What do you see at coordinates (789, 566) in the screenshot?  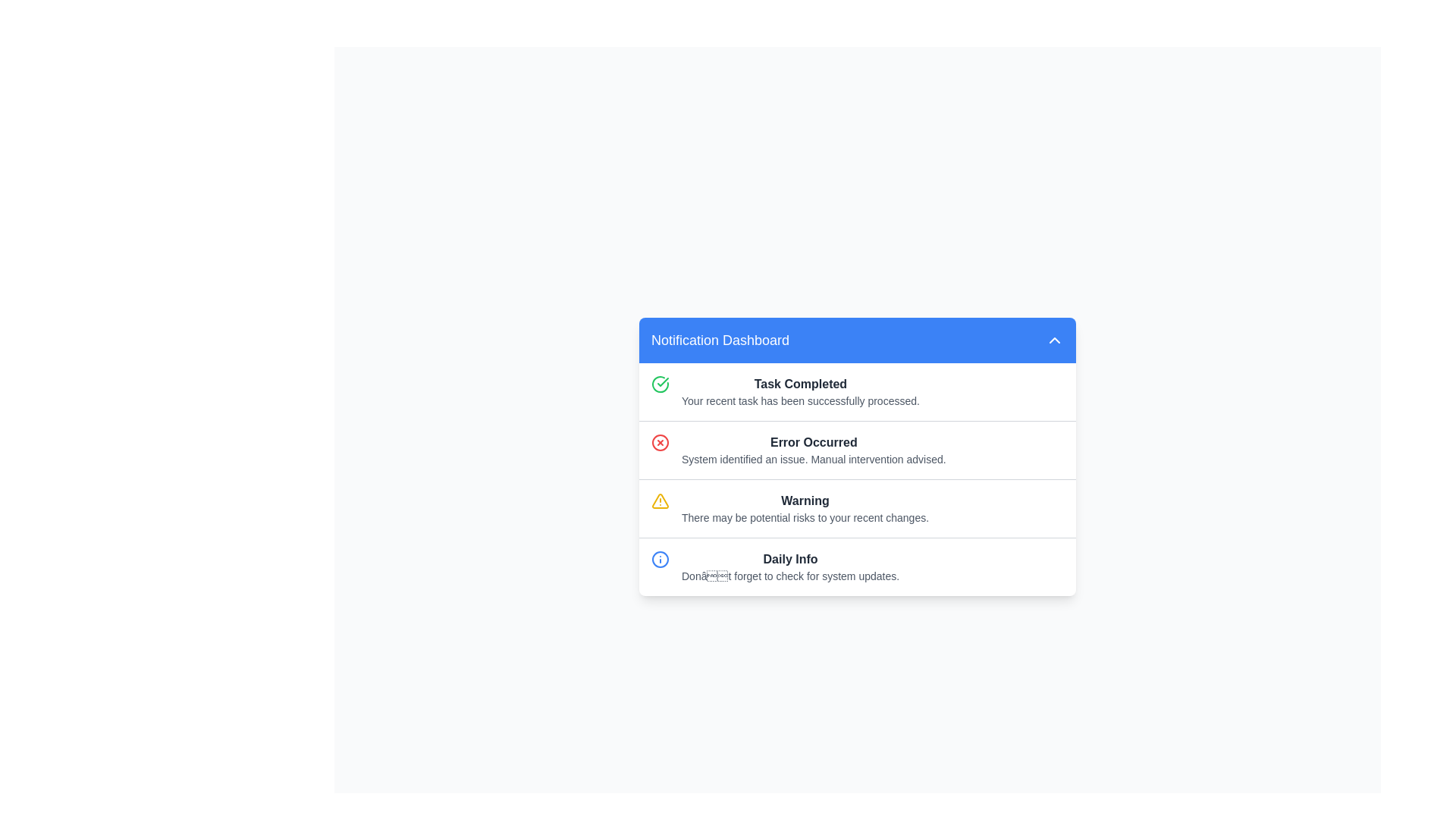 I see `the informational Text block located at the bottom of the 'Notification Dashboard' panel, which reminds users about checking system updates` at bounding box center [789, 566].